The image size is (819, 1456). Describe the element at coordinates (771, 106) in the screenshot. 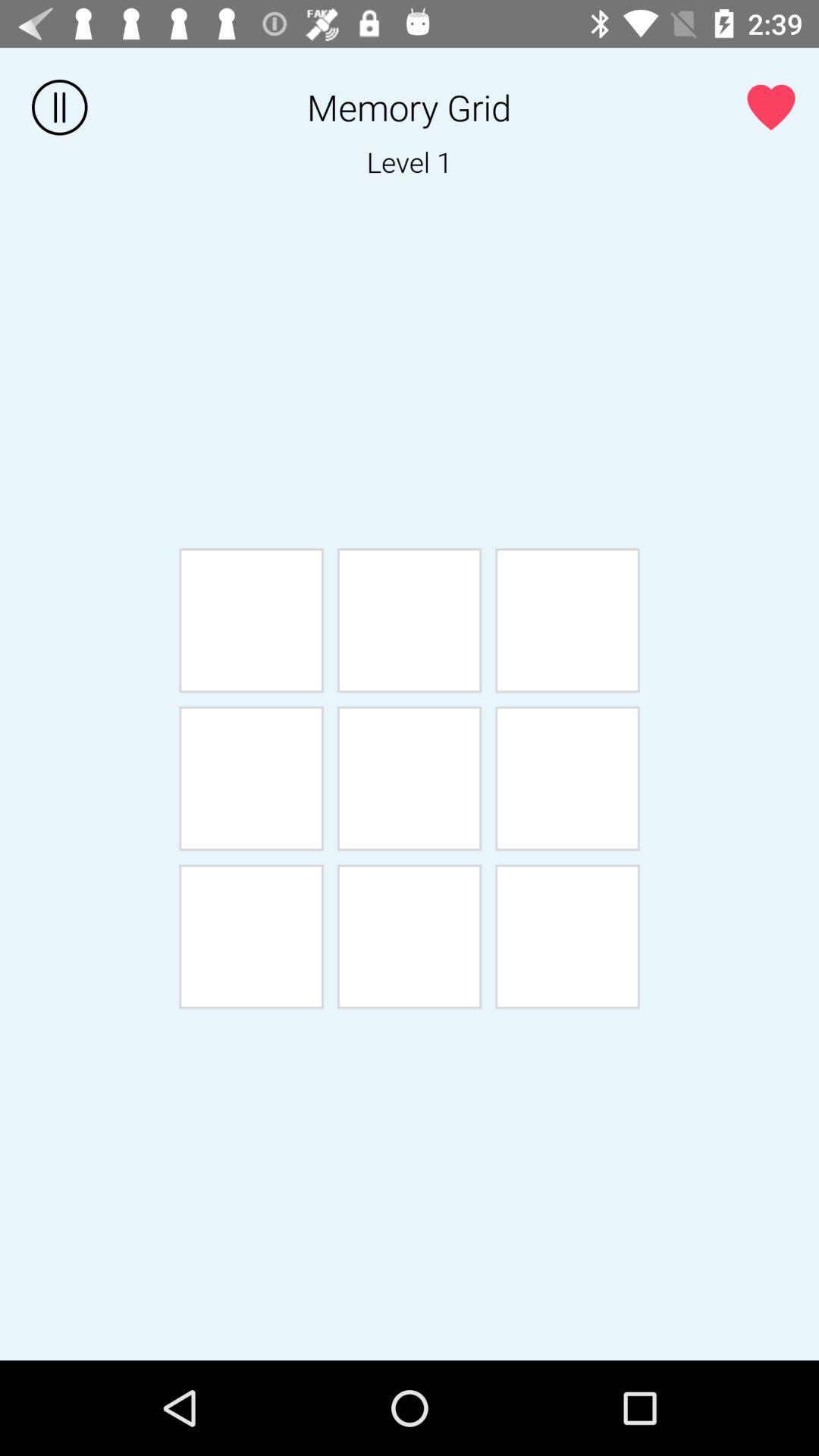

I see `love icon at the top` at that location.